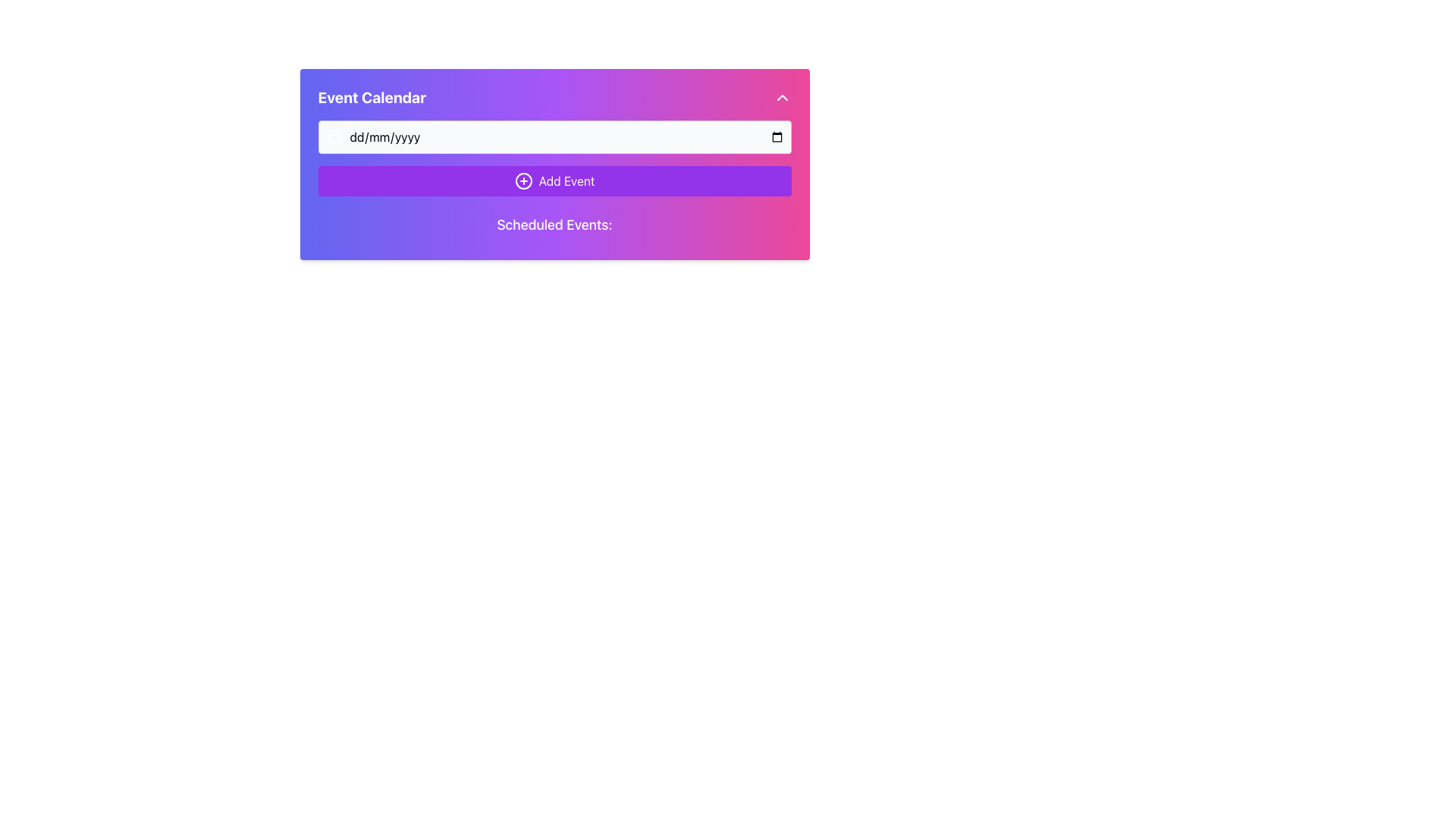 The height and width of the screenshot is (819, 1456). What do you see at coordinates (782, 97) in the screenshot?
I see `the button located at the top-right corner of the 'Event Calendar' section` at bounding box center [782, 97].